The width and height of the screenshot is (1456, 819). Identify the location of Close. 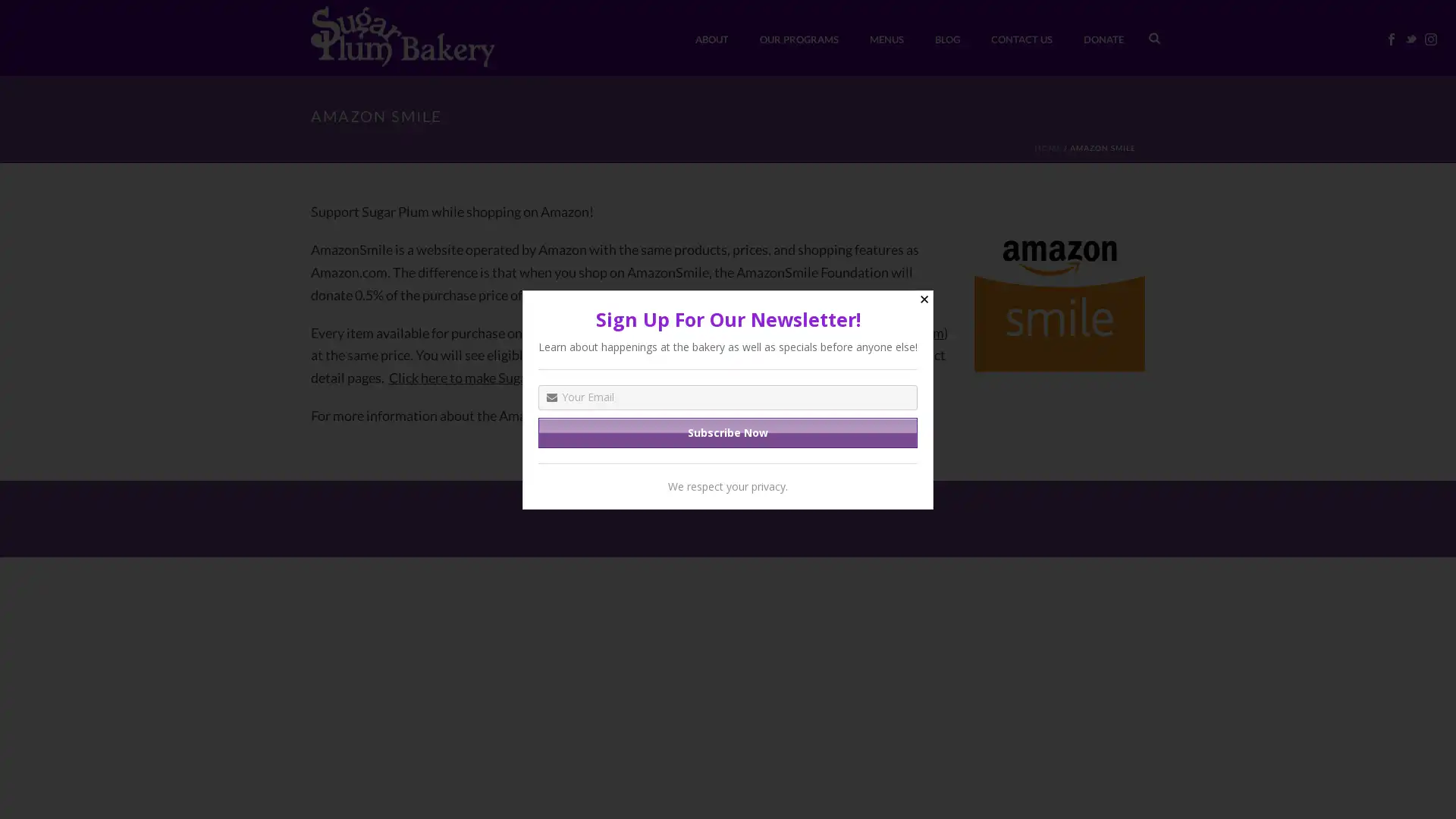
(923, 300).